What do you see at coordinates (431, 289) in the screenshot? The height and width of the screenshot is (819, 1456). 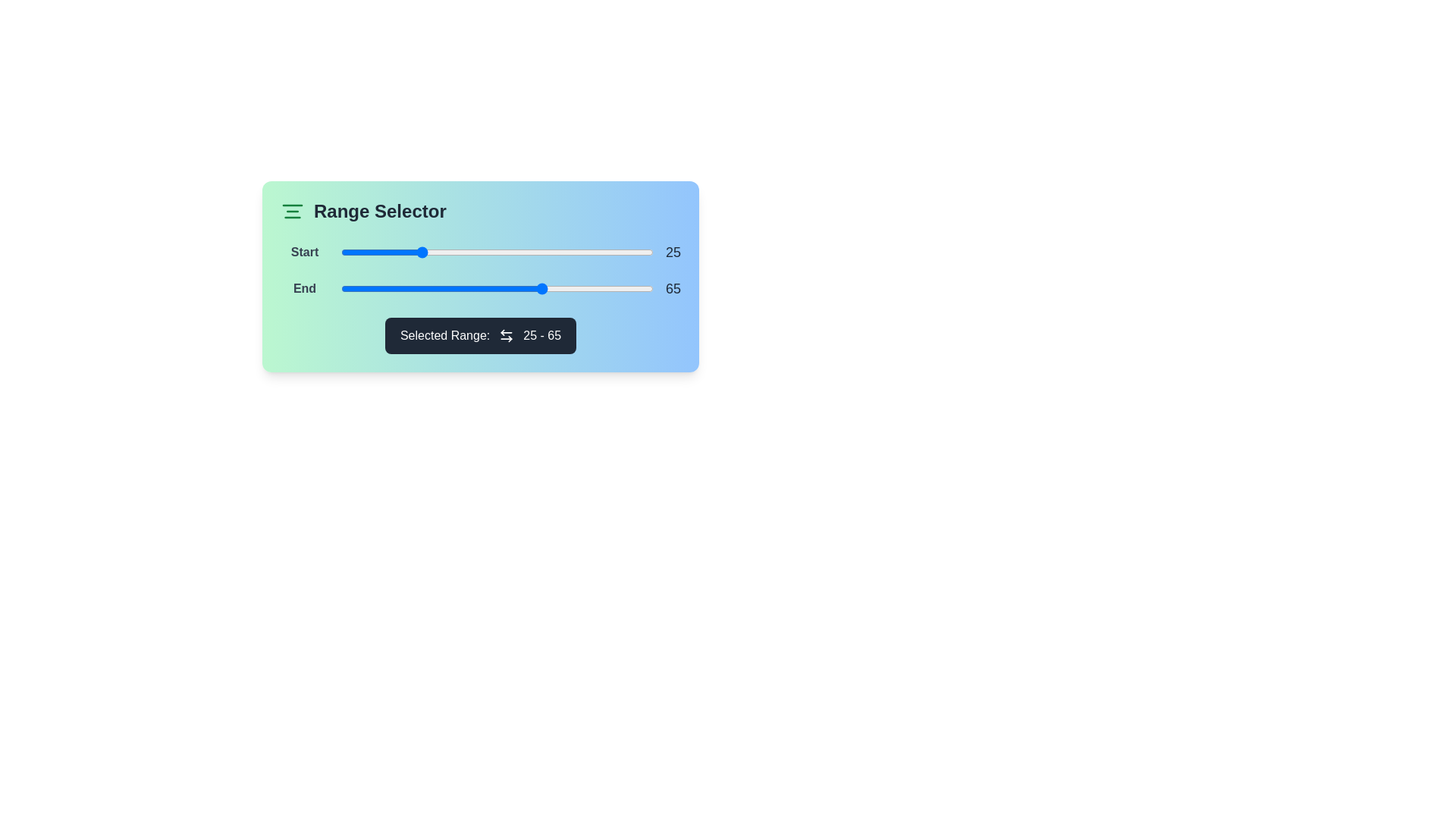 I see `the end range slider to 29 by dragging it to the desired position` at bounding box center [431, 289].